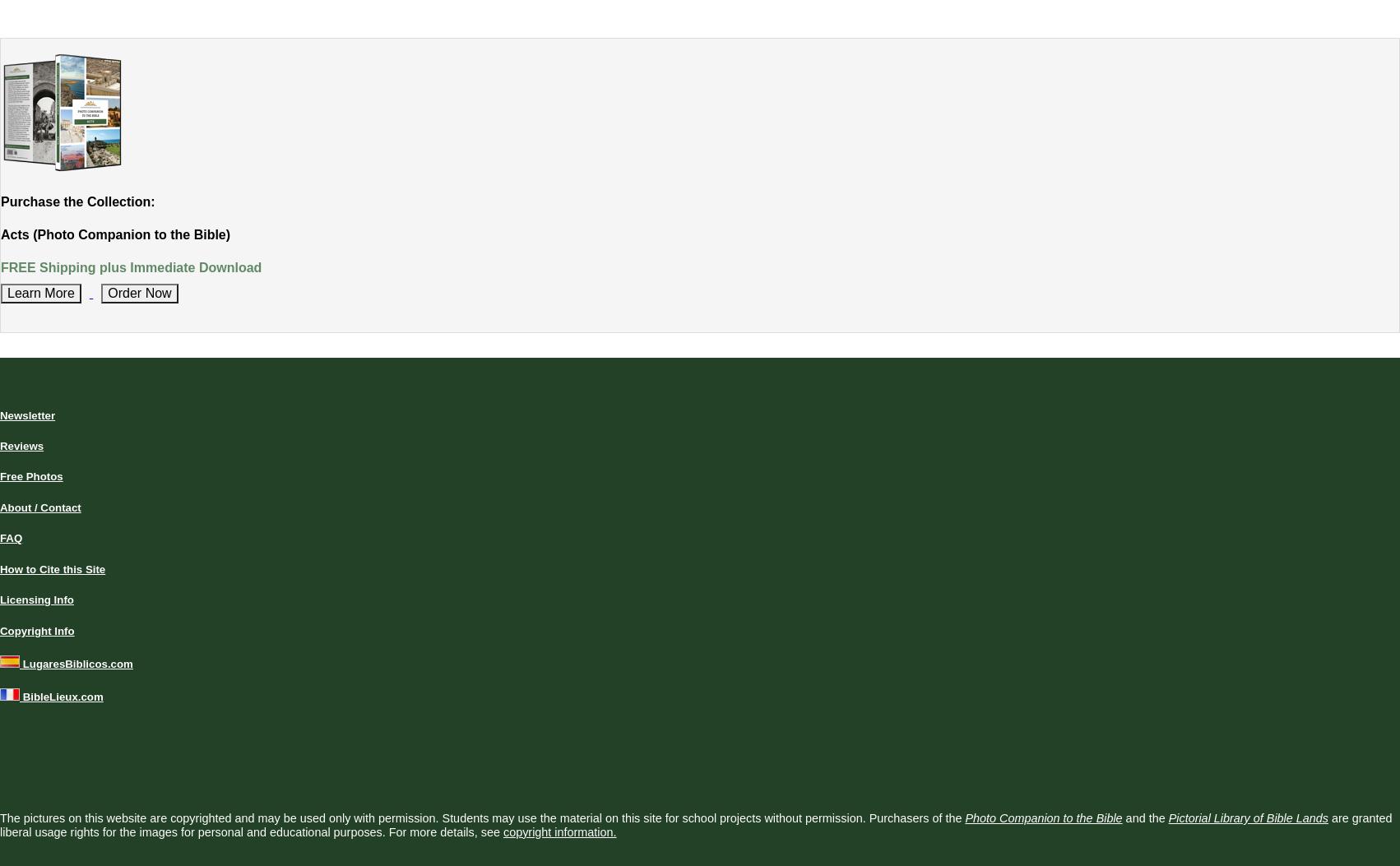 This screenshot has width=1400, height=866. Describe the element at coordinates (52, 568) in the screenshot. I see `'How to Cite this Site'` at that location.